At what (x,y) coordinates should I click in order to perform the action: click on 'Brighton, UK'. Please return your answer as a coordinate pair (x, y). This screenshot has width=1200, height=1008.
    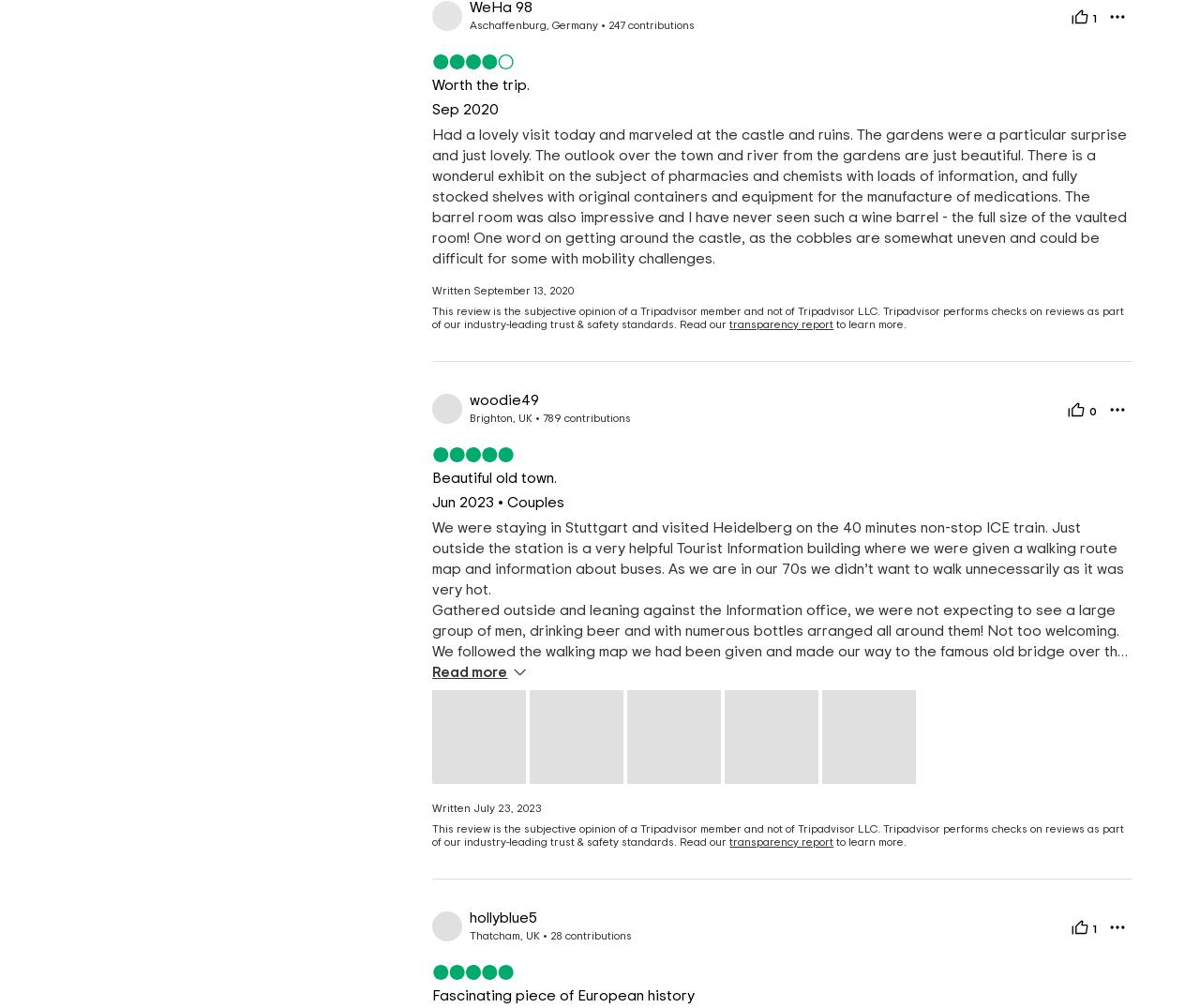
    Looking at the image, I should click on (469, 418).